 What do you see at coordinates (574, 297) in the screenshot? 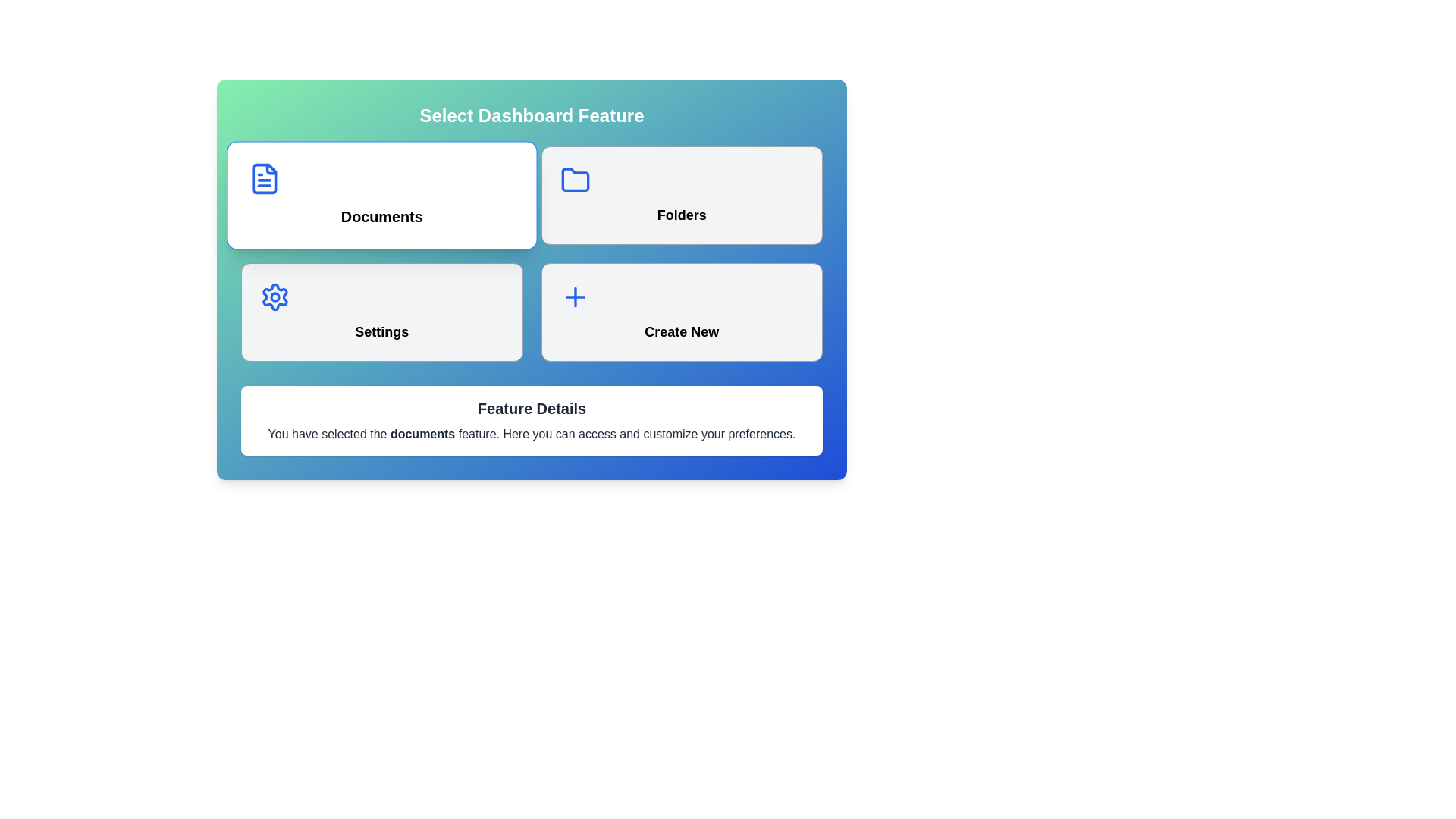
I see `the icon indicating the action to create a new item, located in the top left corner of the 'Create New' area` at bounding box center [574, 297].